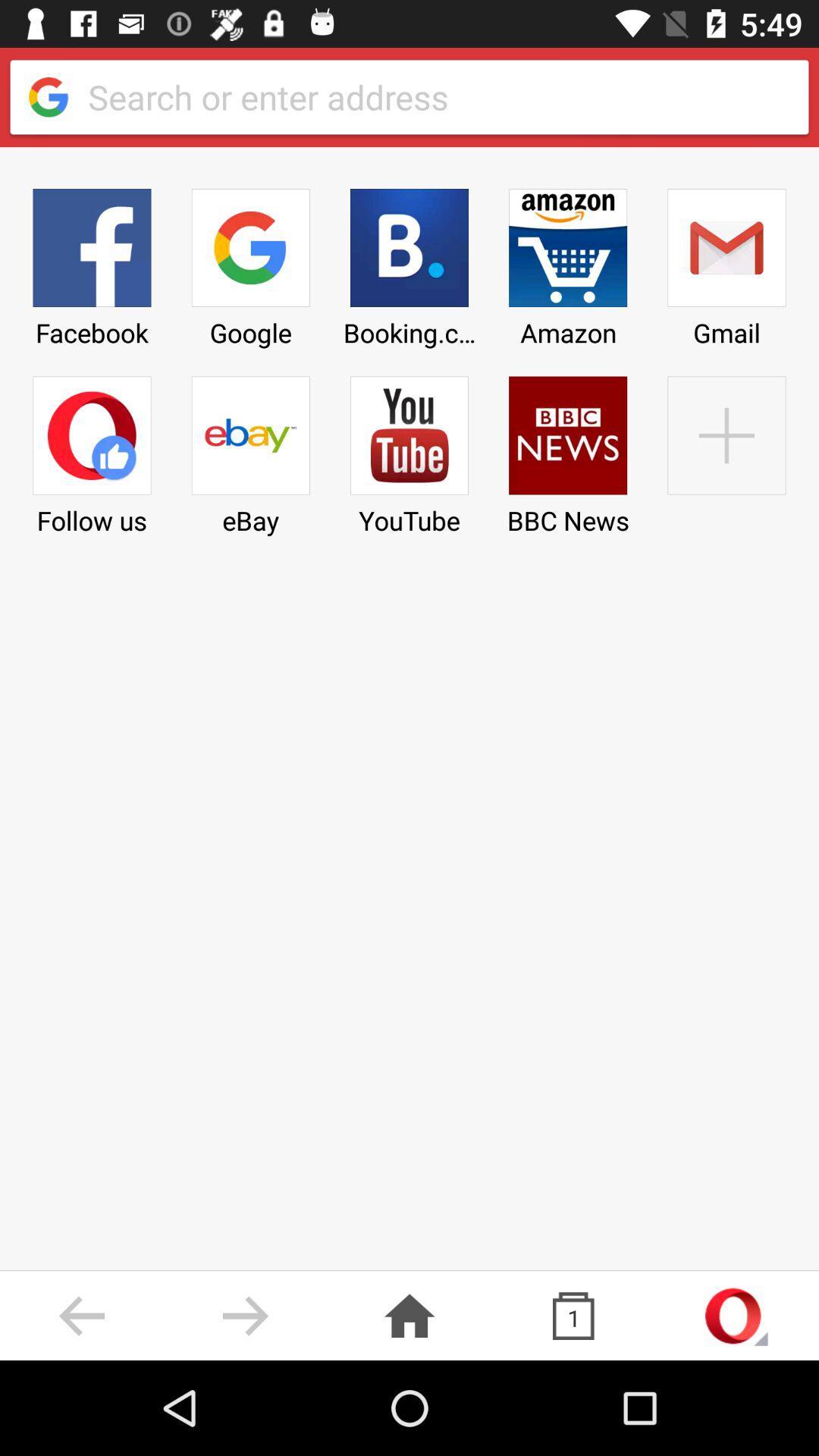  I want to click on type to search, so click(435, 96).